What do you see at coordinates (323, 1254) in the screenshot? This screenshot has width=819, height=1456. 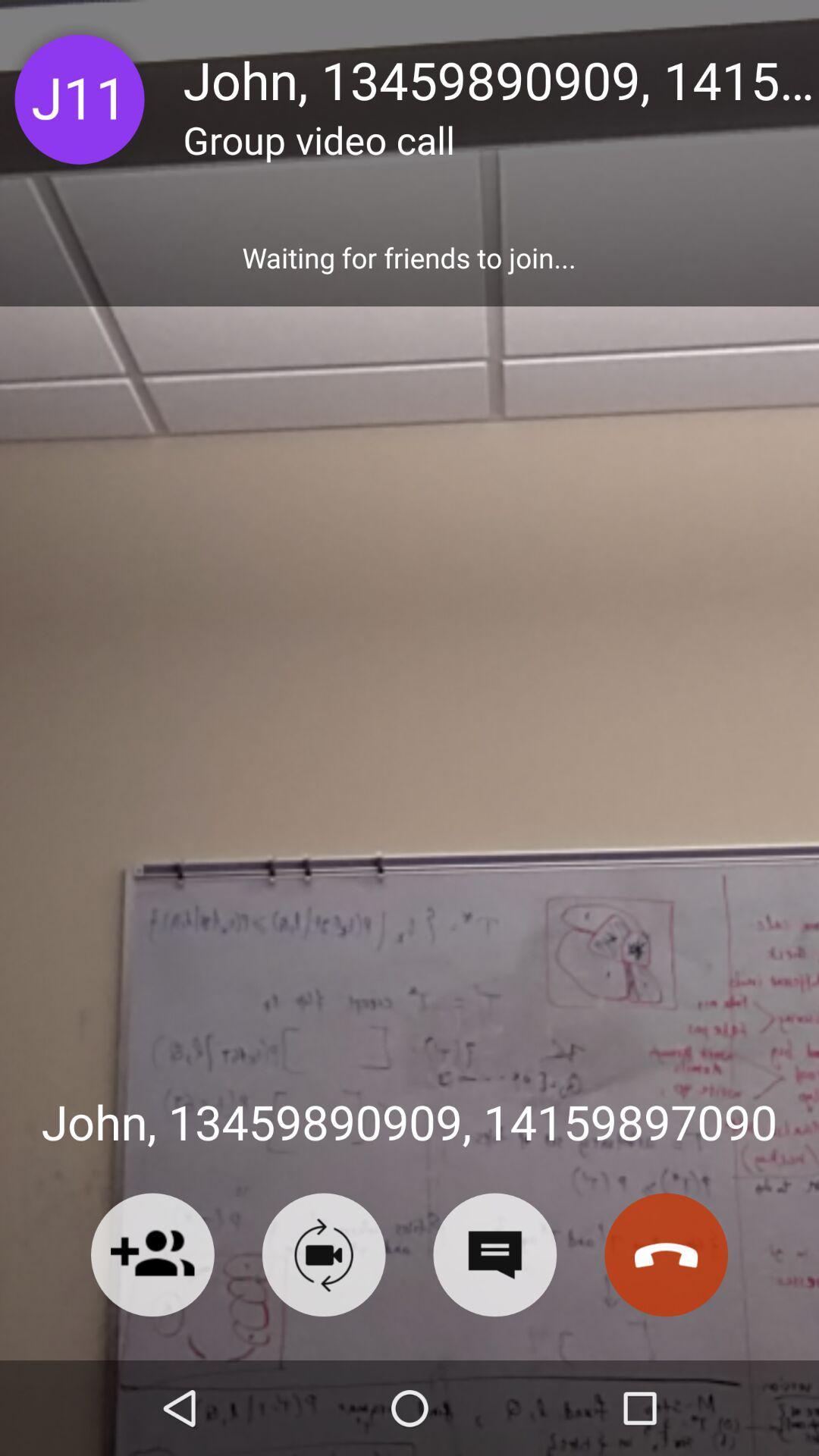 I see `the videocam icon` at bounding box center [323, 1254].